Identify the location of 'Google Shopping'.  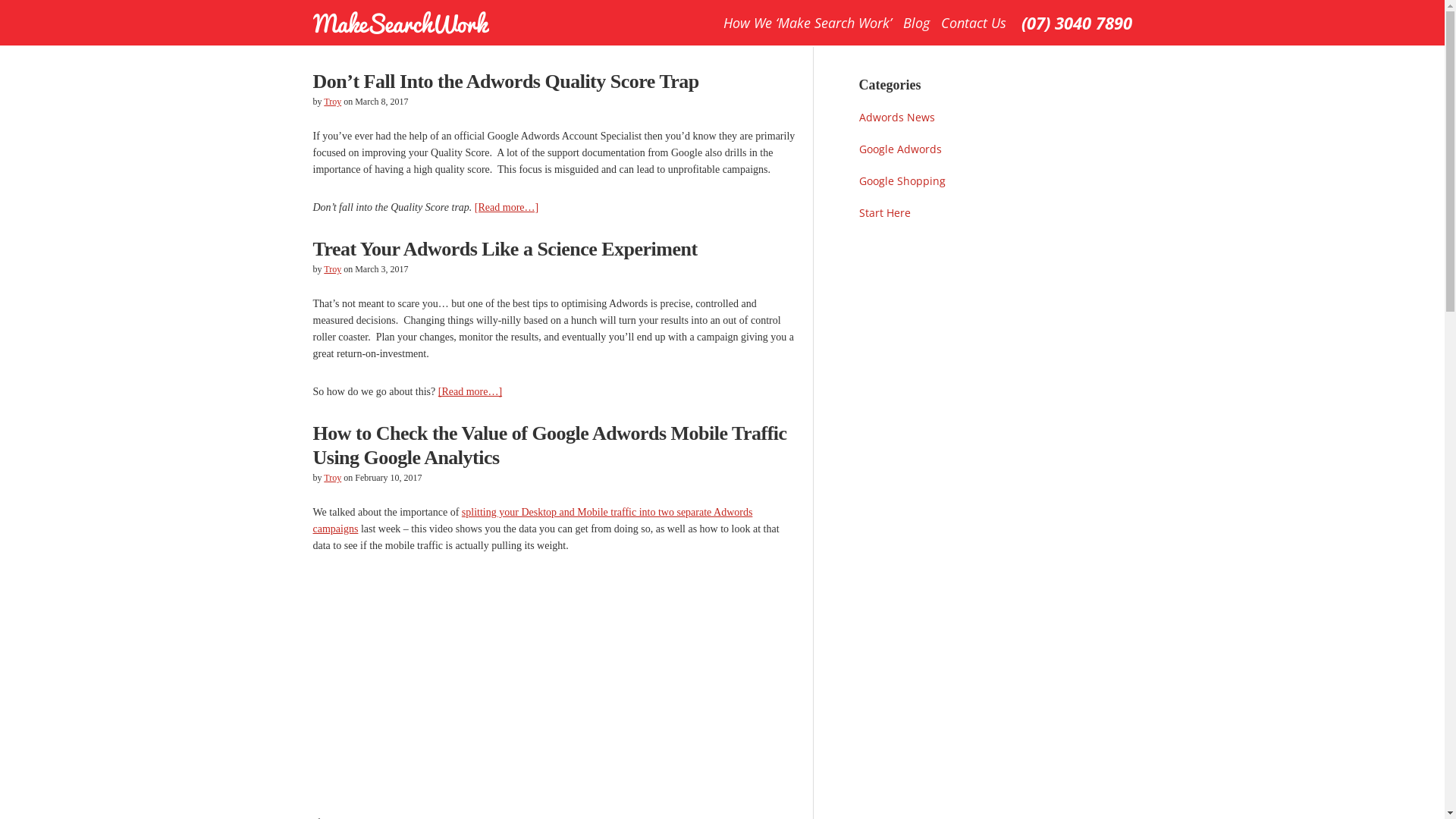
(858, 180).